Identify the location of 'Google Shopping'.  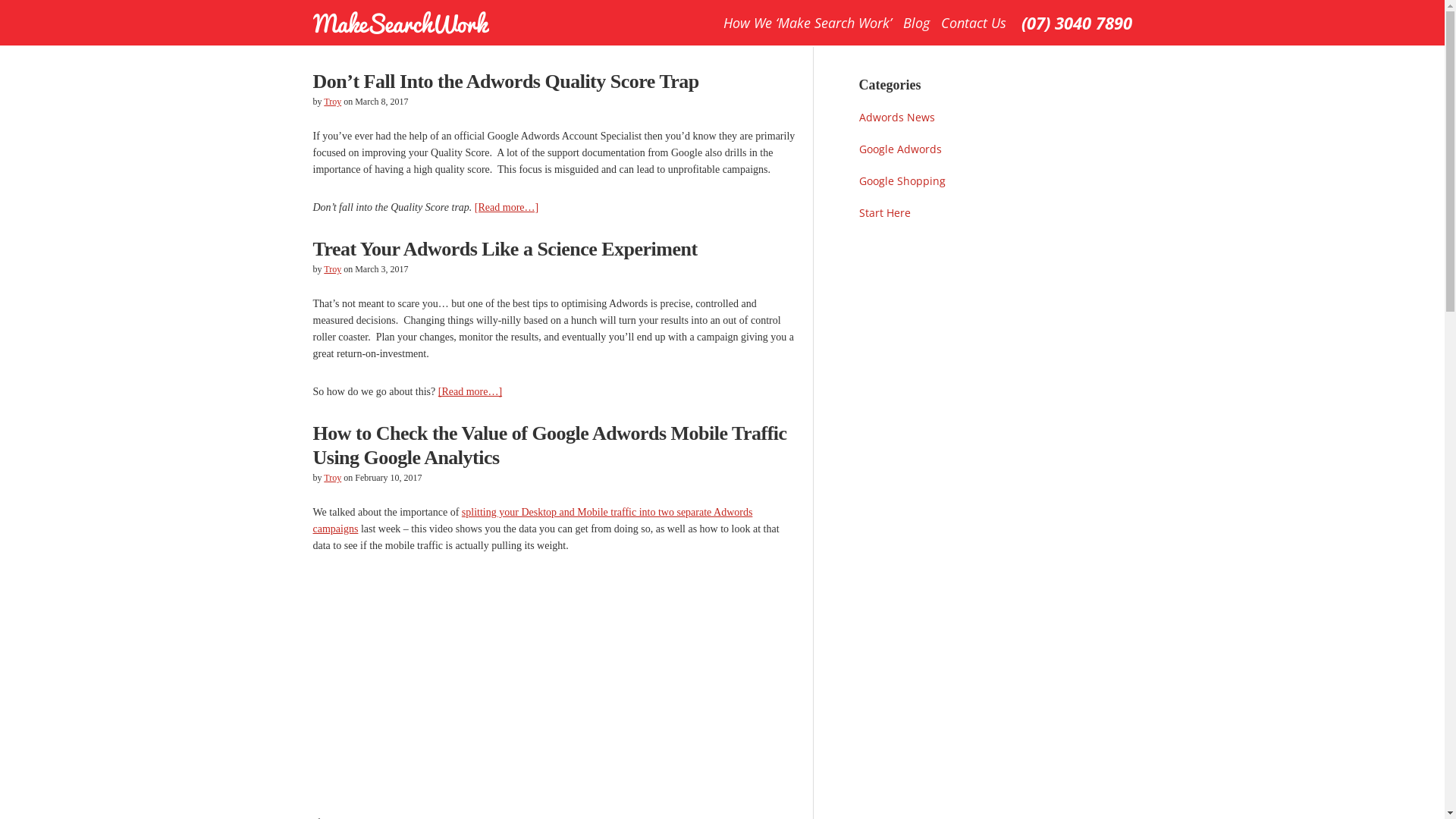
(858, 180).